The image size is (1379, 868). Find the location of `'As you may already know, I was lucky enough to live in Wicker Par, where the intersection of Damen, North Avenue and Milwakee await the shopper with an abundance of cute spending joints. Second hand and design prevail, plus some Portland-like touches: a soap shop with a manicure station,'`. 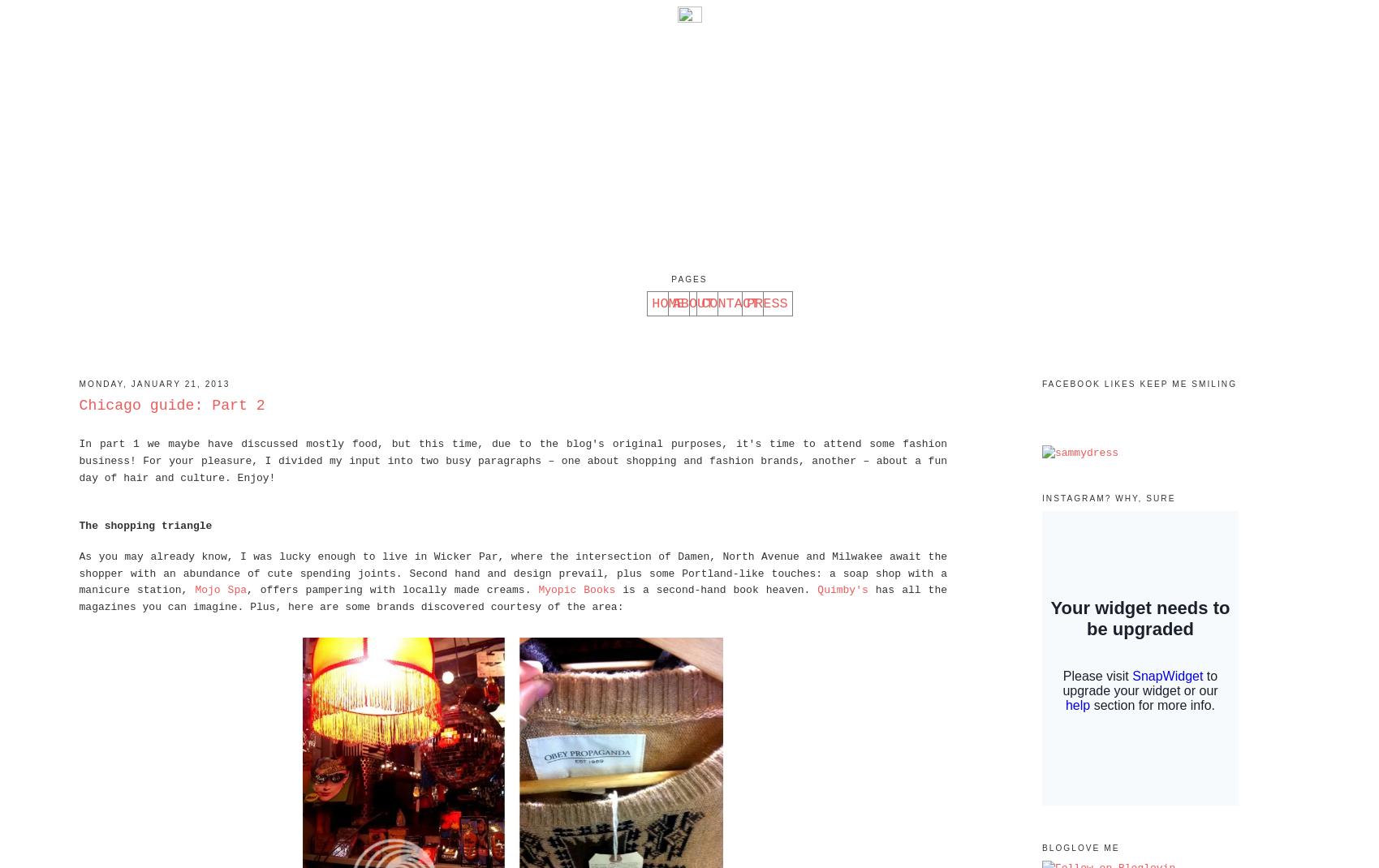

'As you may already know, I was lucky enough to live in Wicker Par, where the intersection of Damen, North Avenue and Milwakee await the shopper with an abundance of cute spending joints. Second hand and design prevail, plus some Portland-like touches: a soap shop with a manicure station,' is located at coordinates (512, 573).